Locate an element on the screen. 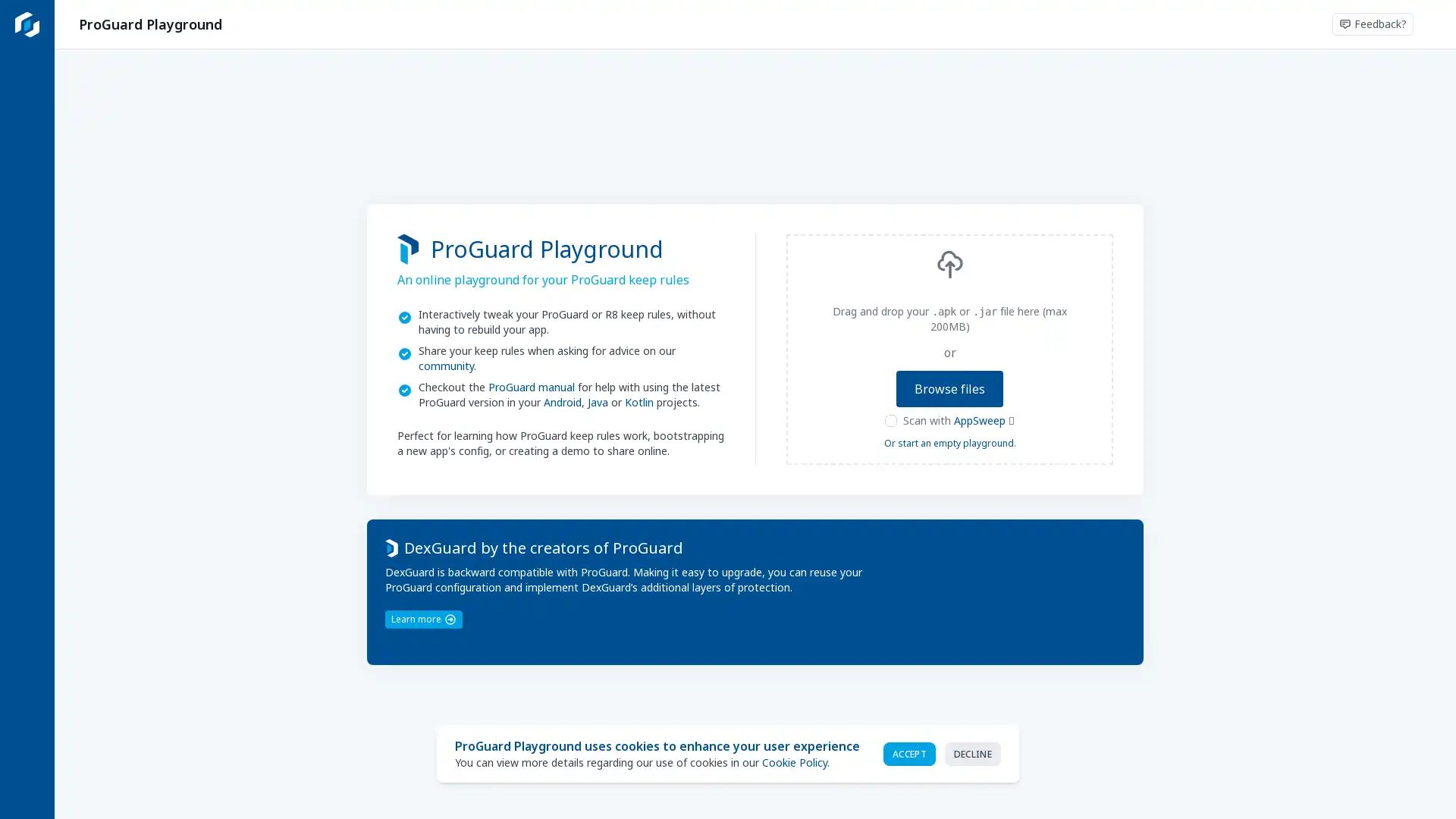  ACCEPT is located at coordinates (909, 753).